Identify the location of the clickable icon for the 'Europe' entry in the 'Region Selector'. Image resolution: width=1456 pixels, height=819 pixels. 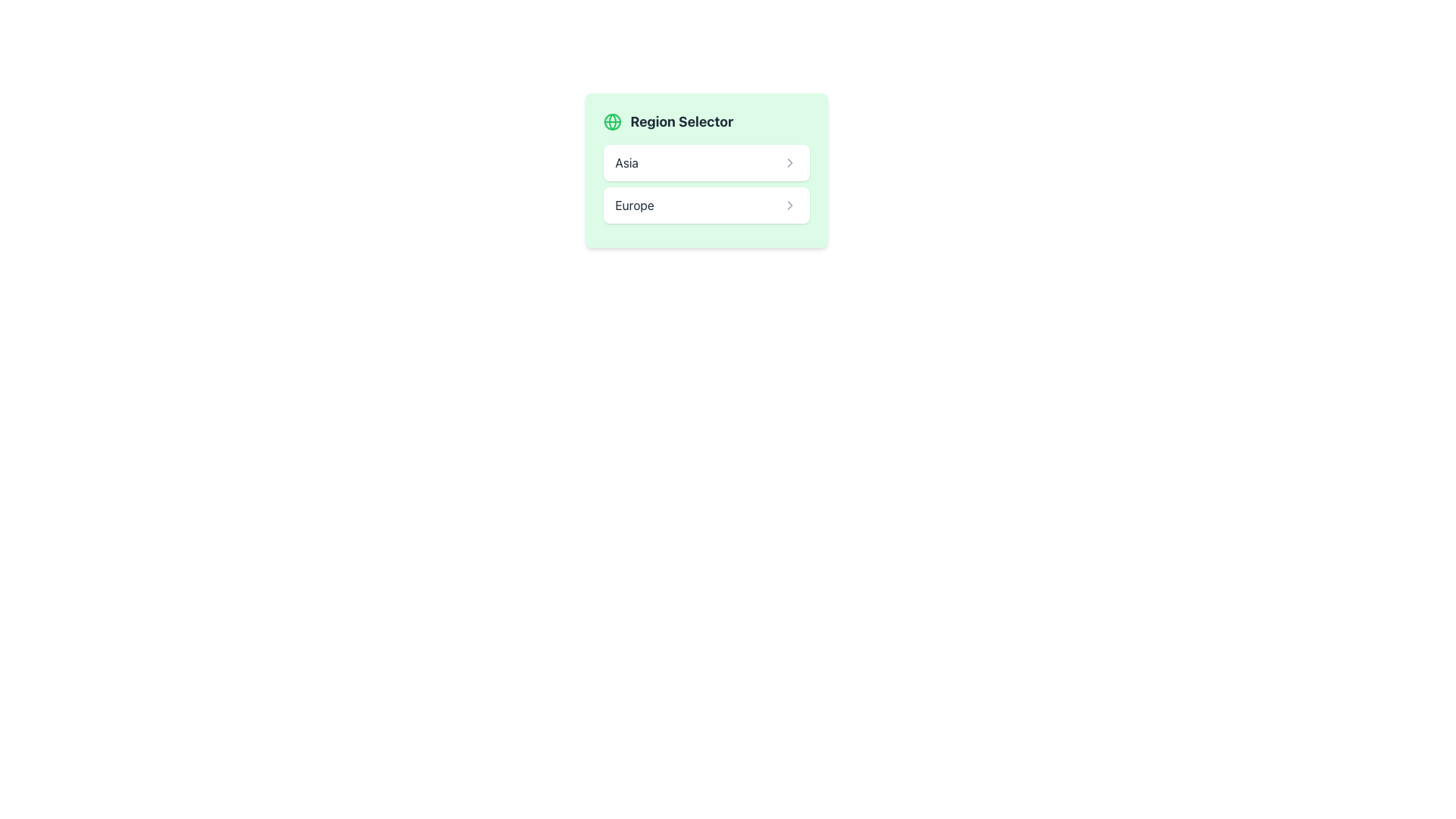
(789, 205).